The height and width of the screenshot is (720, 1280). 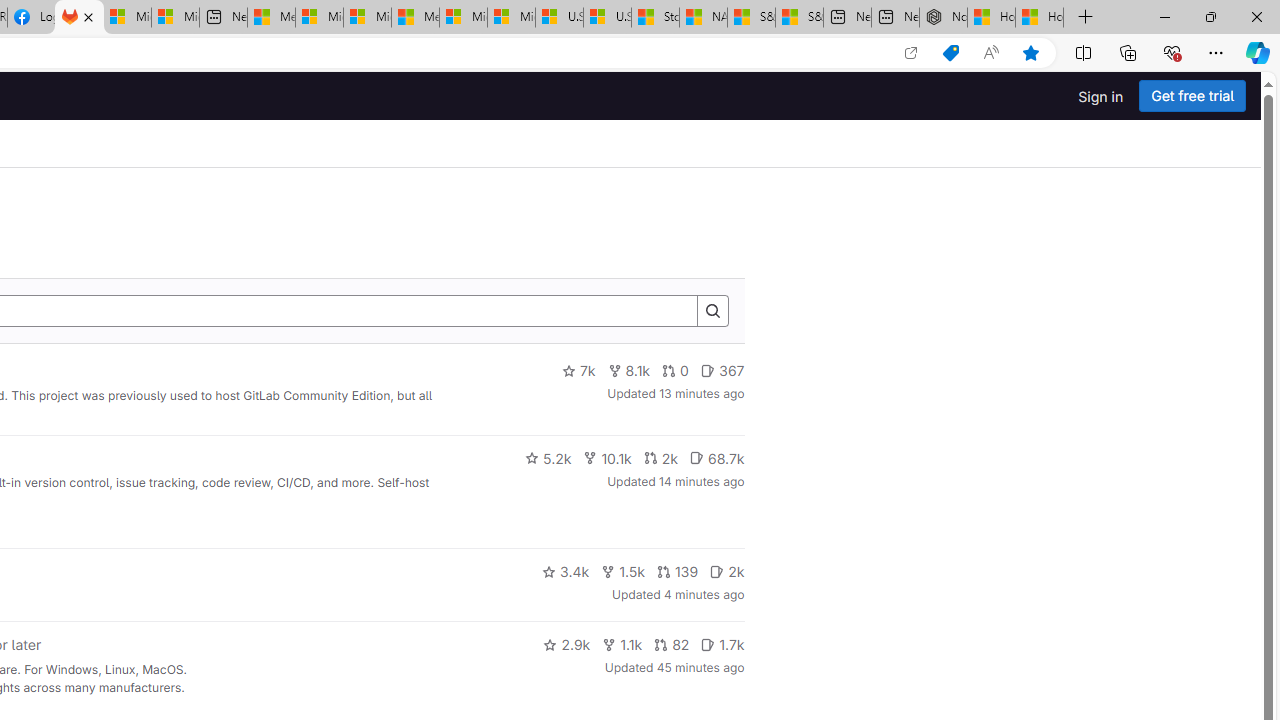 What do you see at coordinates (726, 572) in the screenshot?
I see `'2k'` at bounding box center [726, 572].